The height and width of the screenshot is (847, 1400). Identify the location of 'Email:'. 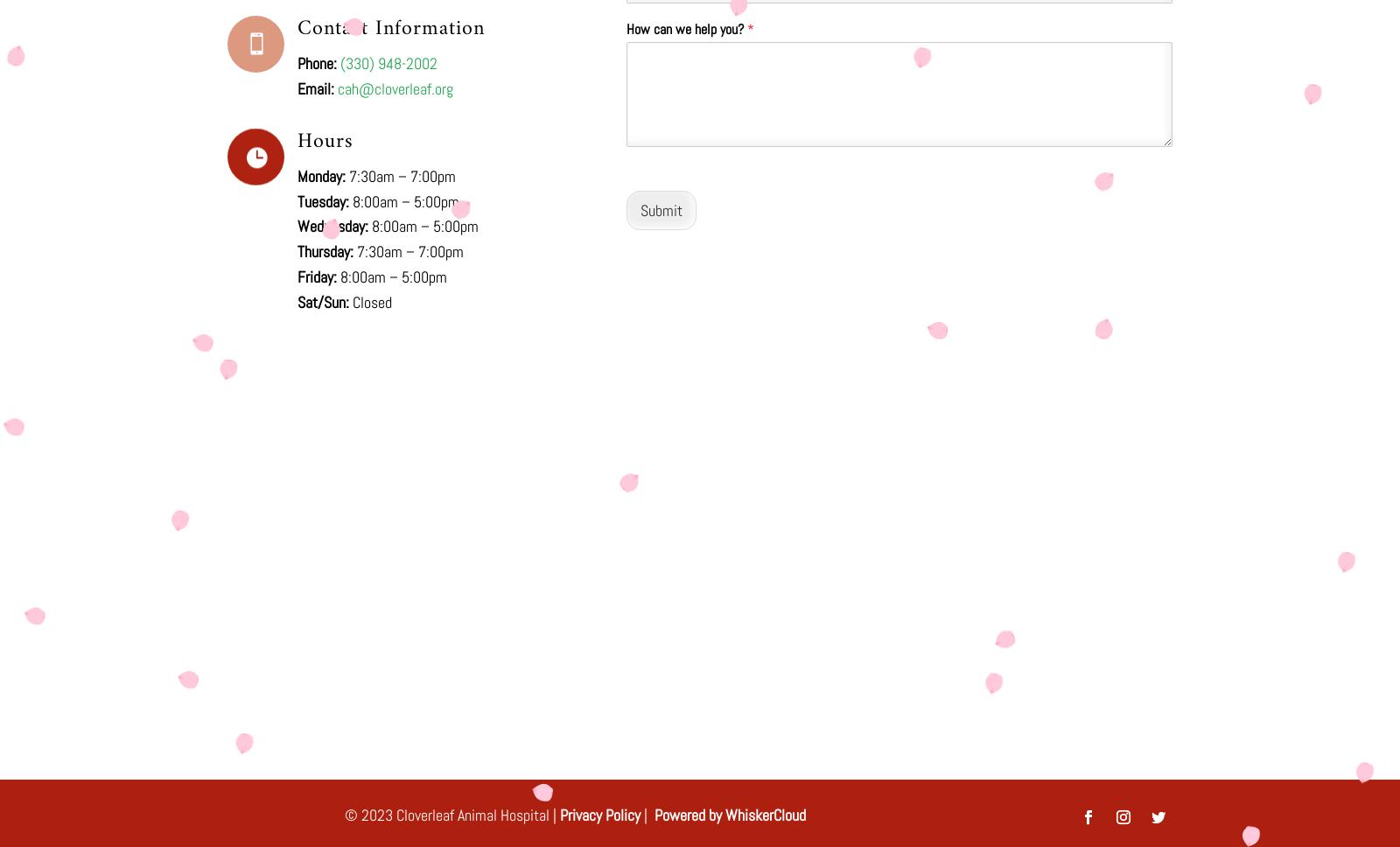
(315, 88).